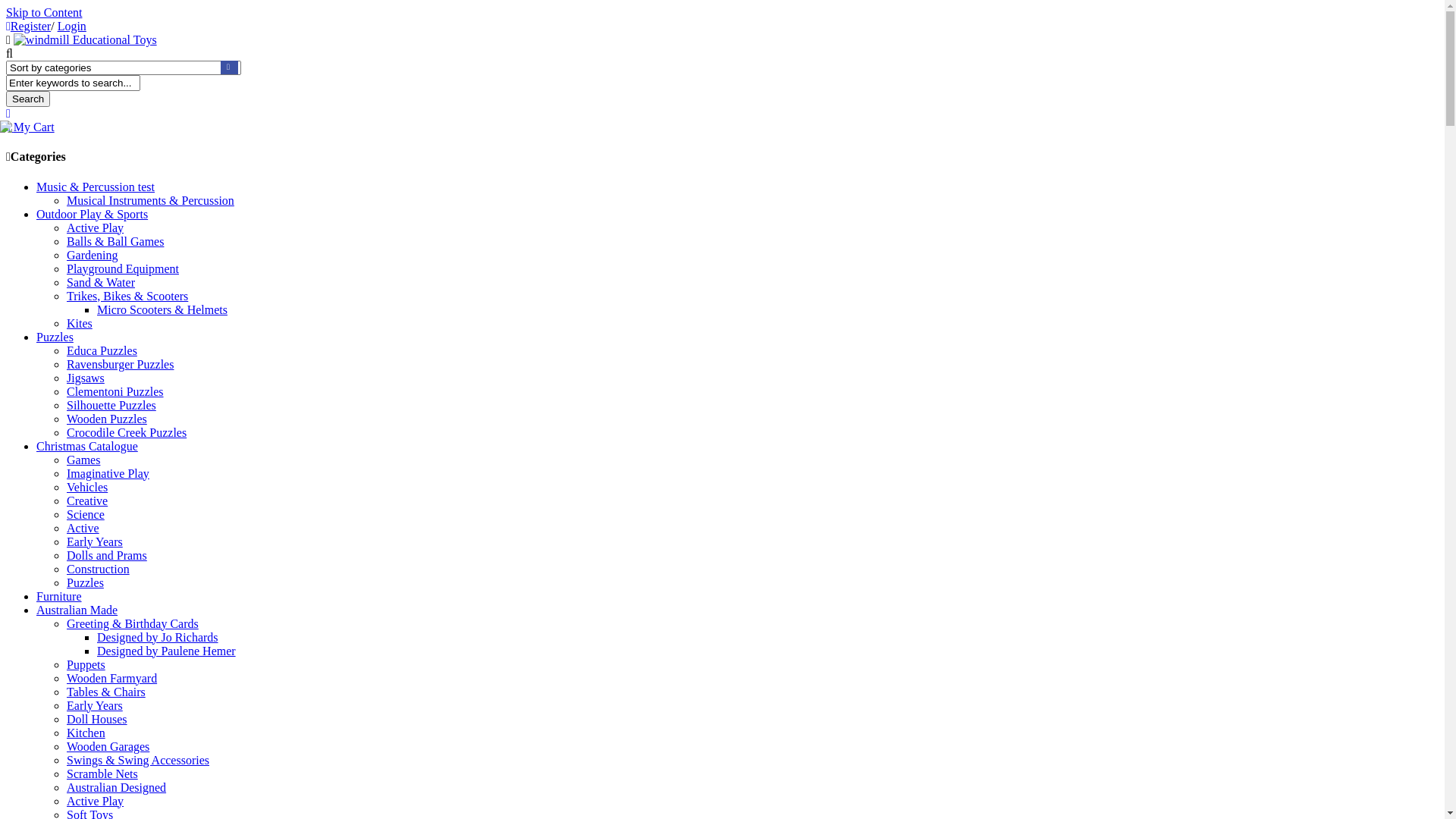 The image size is (1456, 819). I want to click on 'Greeting & Birthday Cards', so click(65, 623).